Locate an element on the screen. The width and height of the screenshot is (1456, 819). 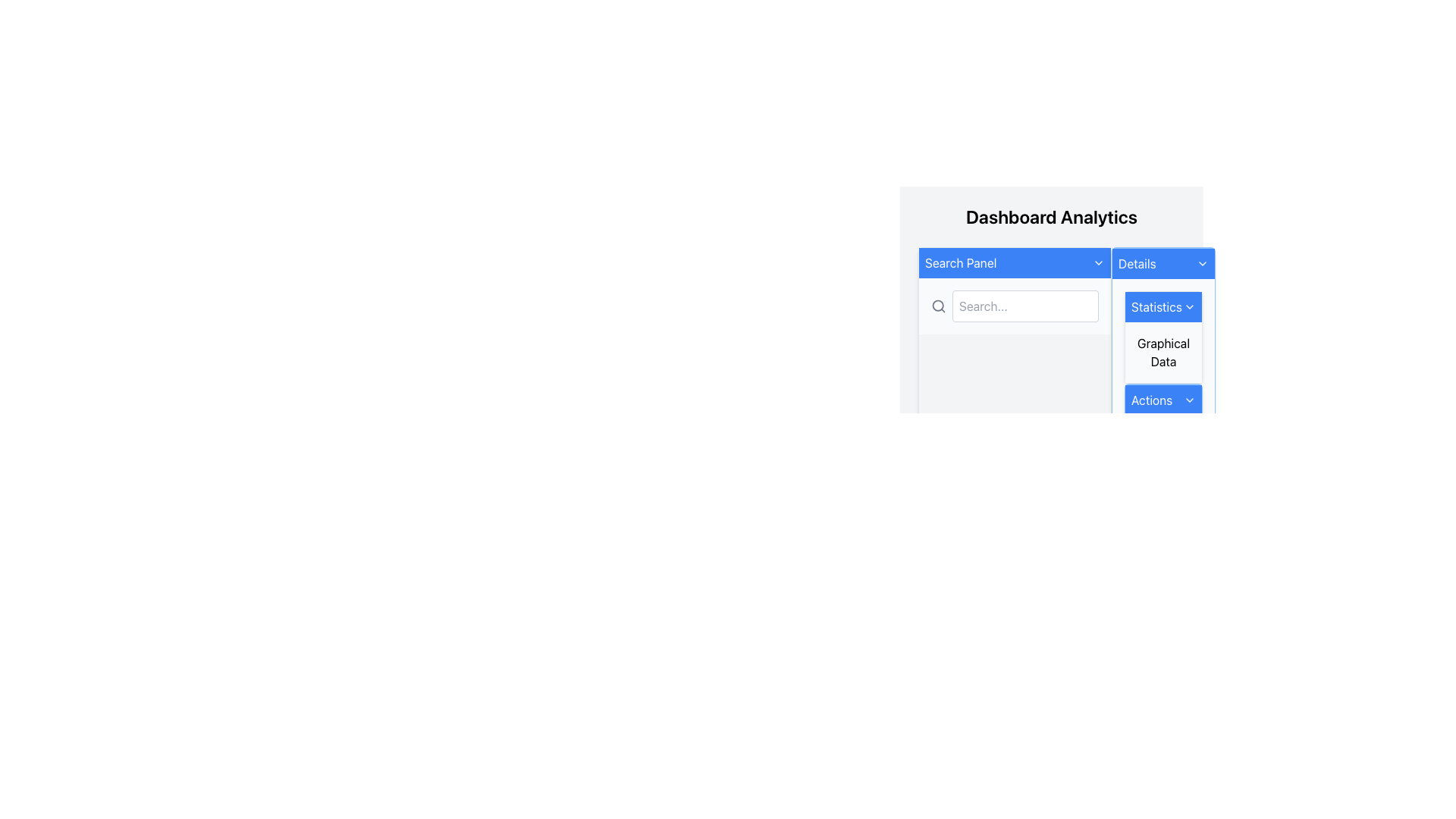
the downwards pointing chevron arrow button on the right side of the 'Search Panel' header is located at coordinates (1099, 262).